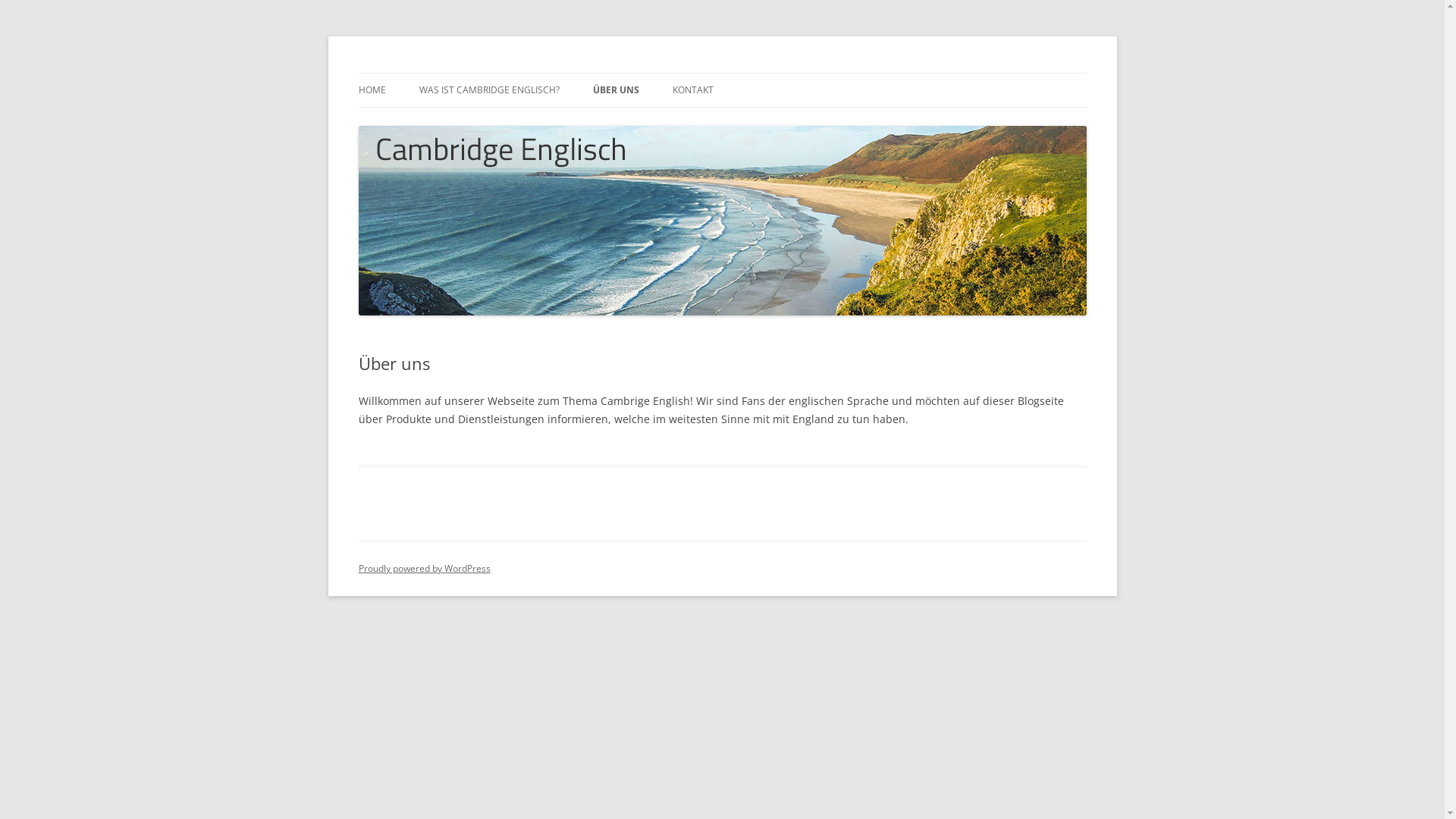  I want to click on 'Skip to content', so click(721, 73).